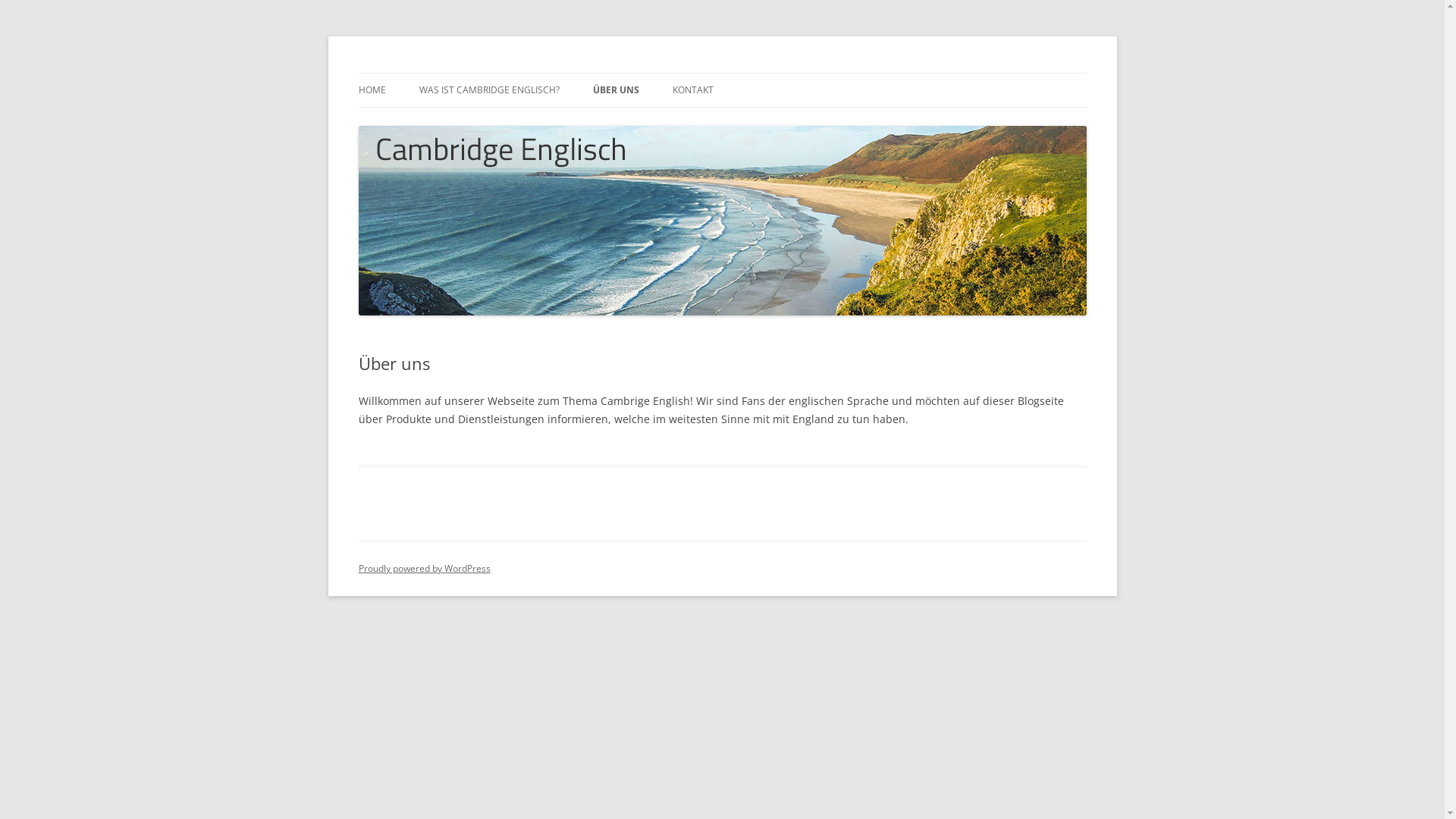  I want to click on 'Skip to content', so click(721, 73).